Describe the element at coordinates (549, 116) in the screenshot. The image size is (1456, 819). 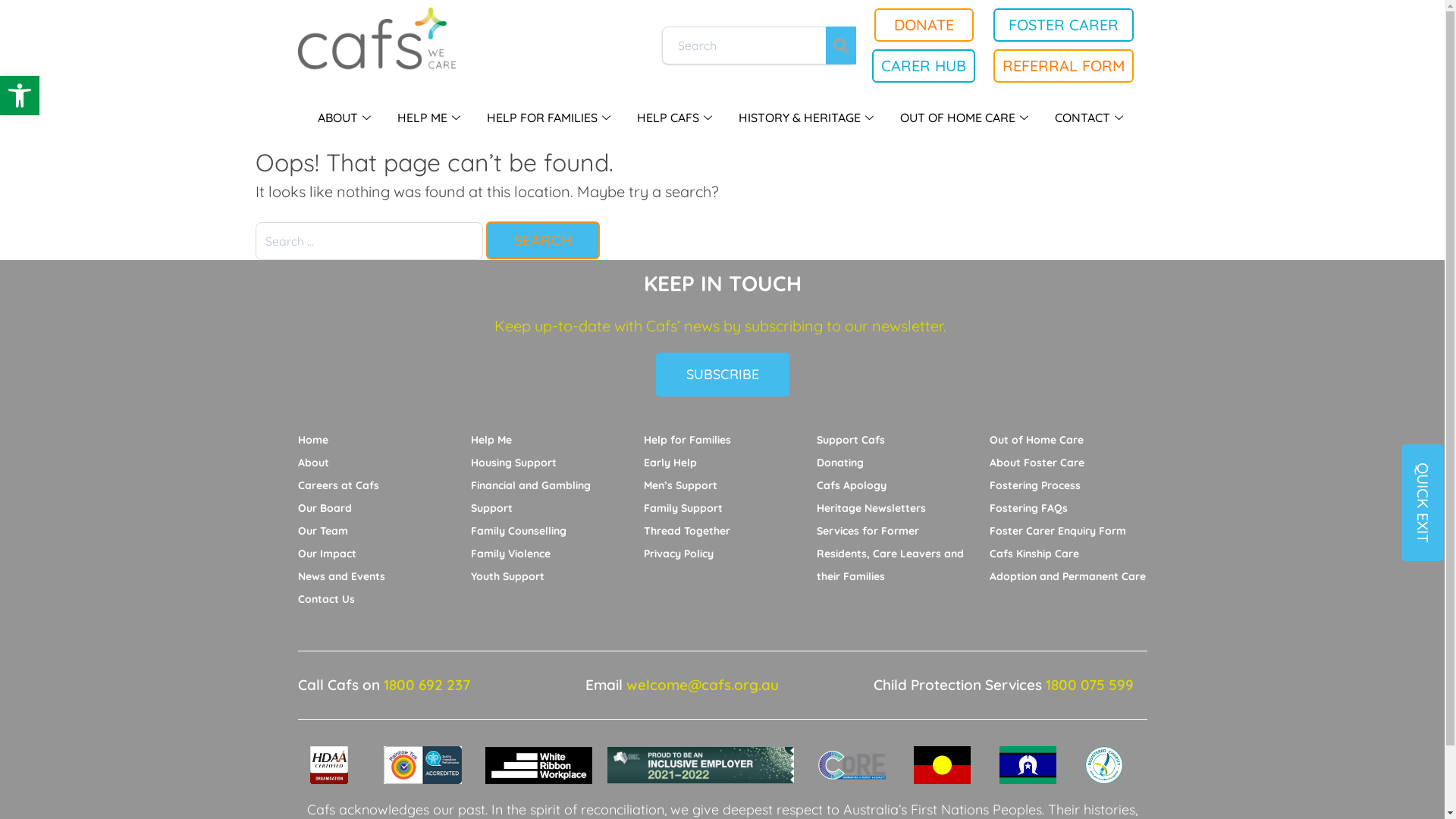
I see `'HELP FOR FAMILIES'` at that location.